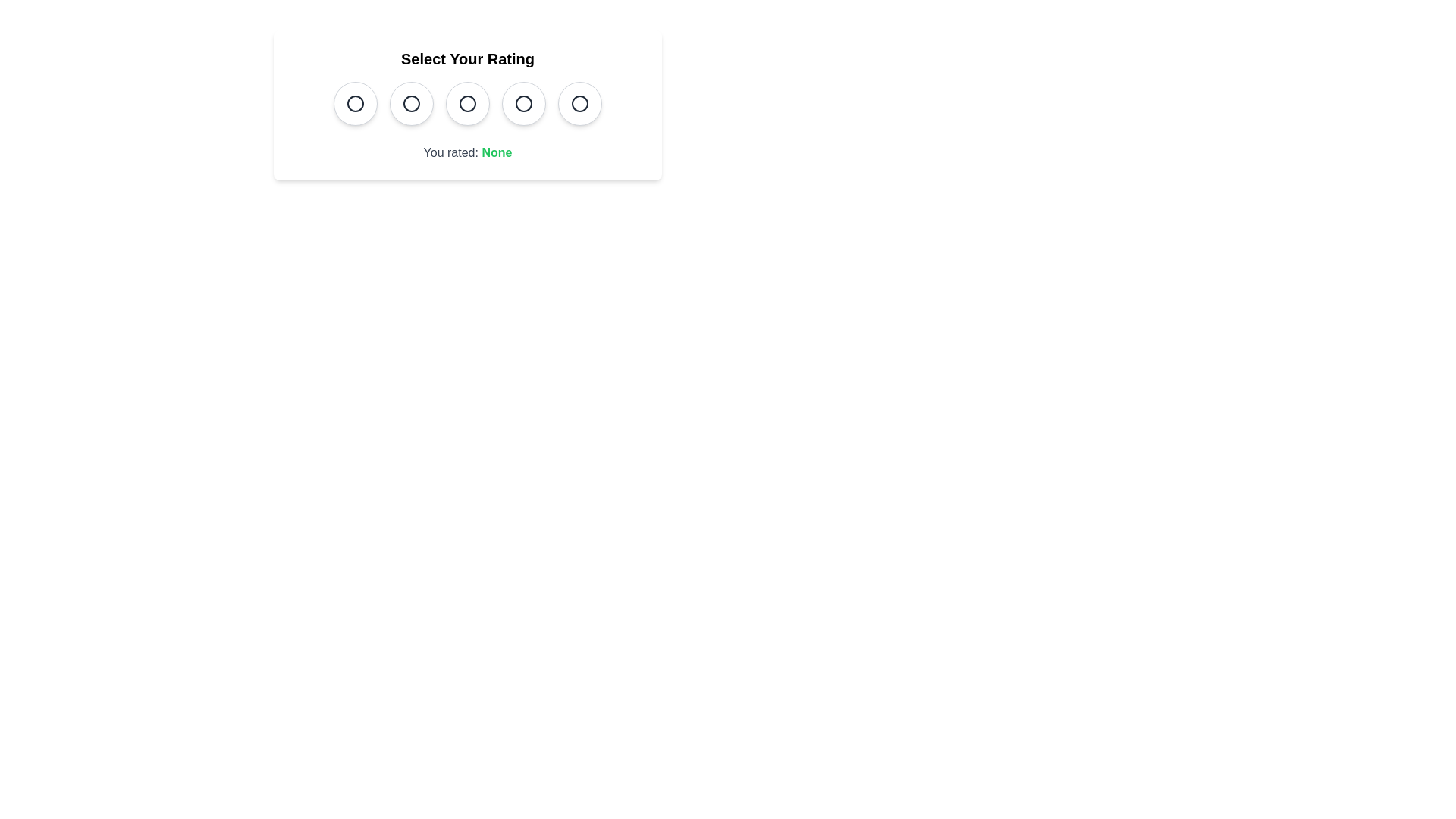 Image resolution: width=1456 pixels, height=819 pixels. I want to click on button corresponding to the rating 2, so click(411, 103).